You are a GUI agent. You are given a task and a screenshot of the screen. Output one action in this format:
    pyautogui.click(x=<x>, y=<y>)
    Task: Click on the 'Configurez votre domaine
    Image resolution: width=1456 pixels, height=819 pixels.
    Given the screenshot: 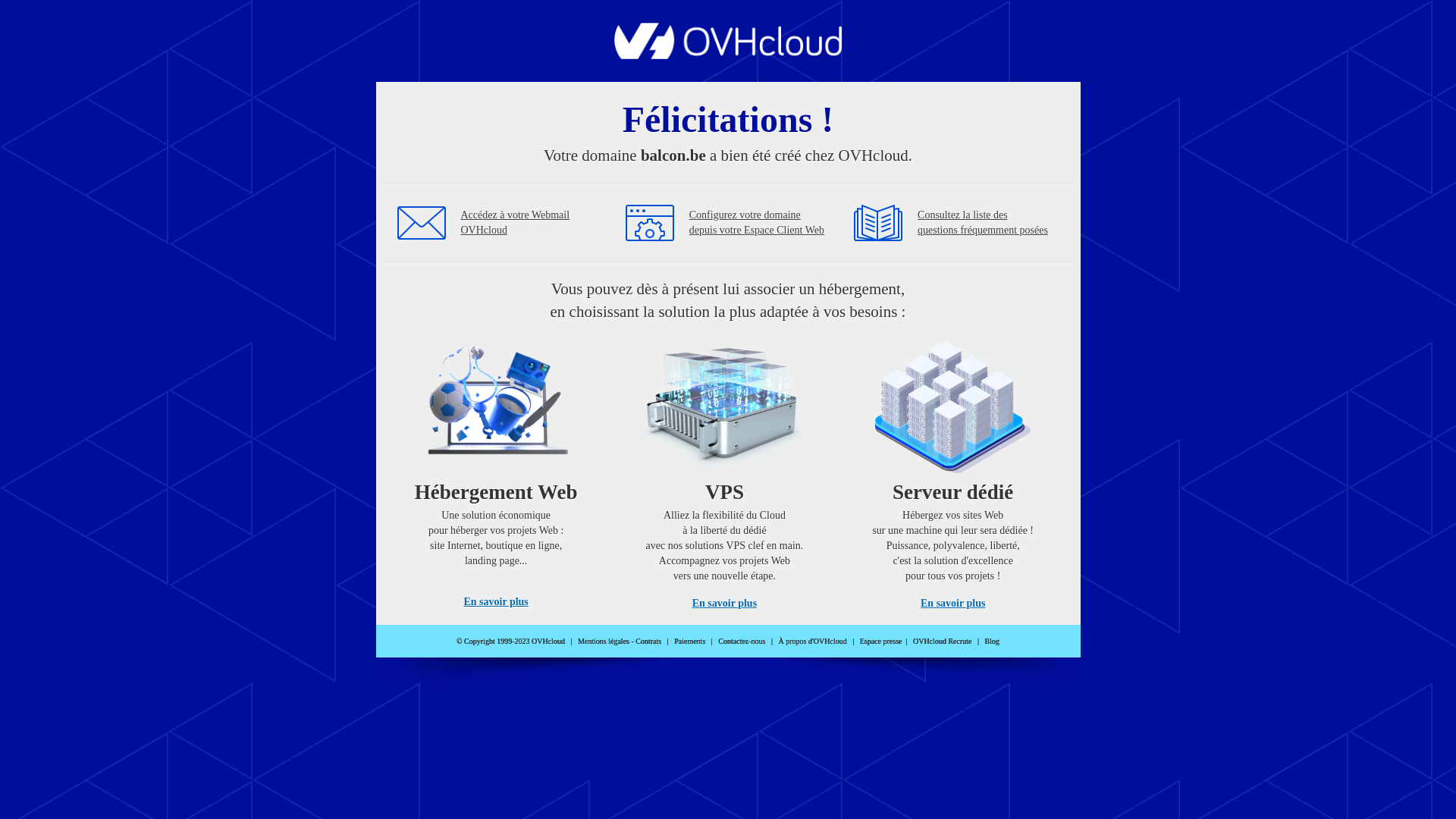 What is the action you would take?
    pyautogui.click(x=757, y=222)
    